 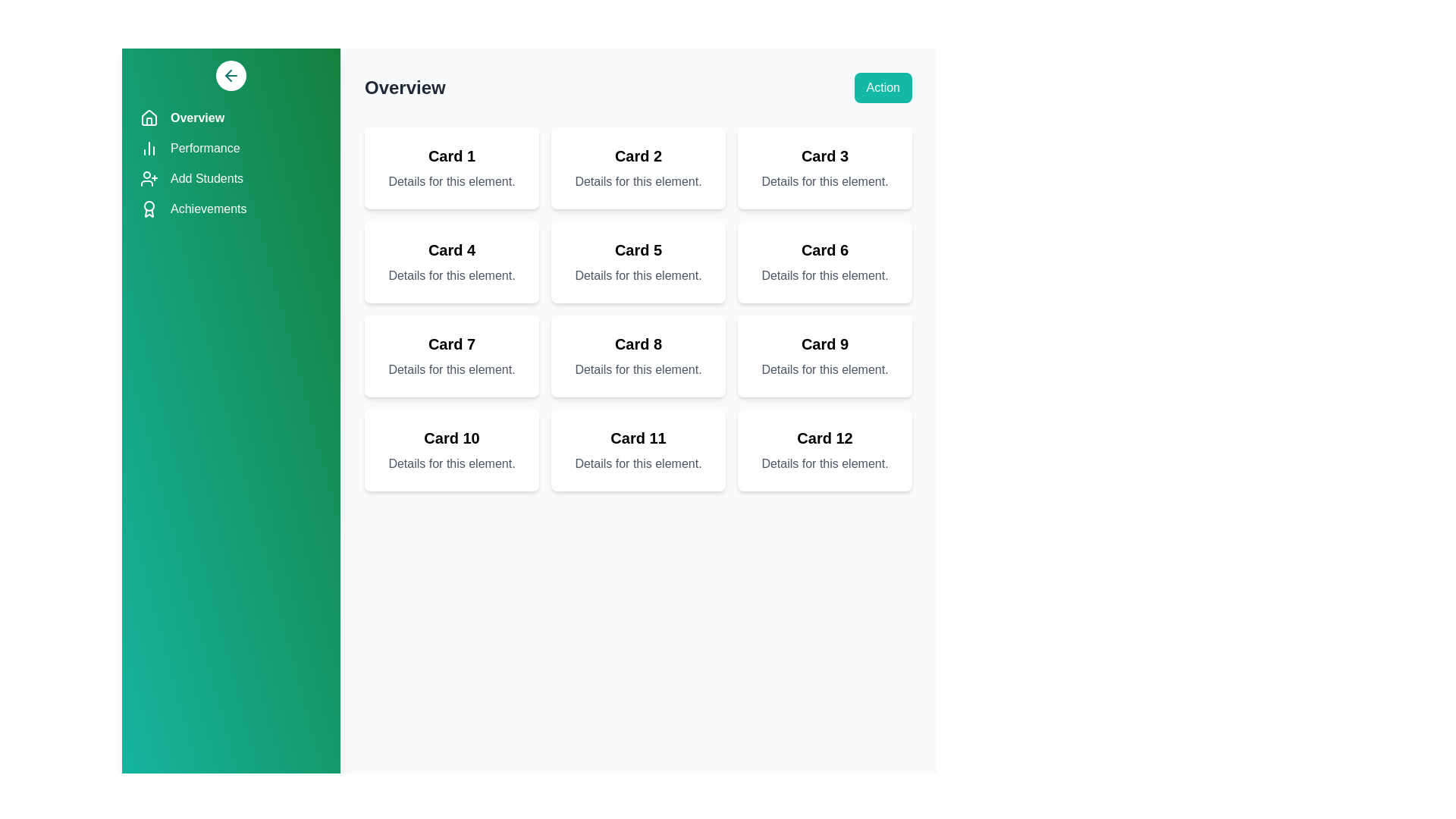 I want to click on the navigation item Add Students from the sidebar, so click(x=231, y=177).